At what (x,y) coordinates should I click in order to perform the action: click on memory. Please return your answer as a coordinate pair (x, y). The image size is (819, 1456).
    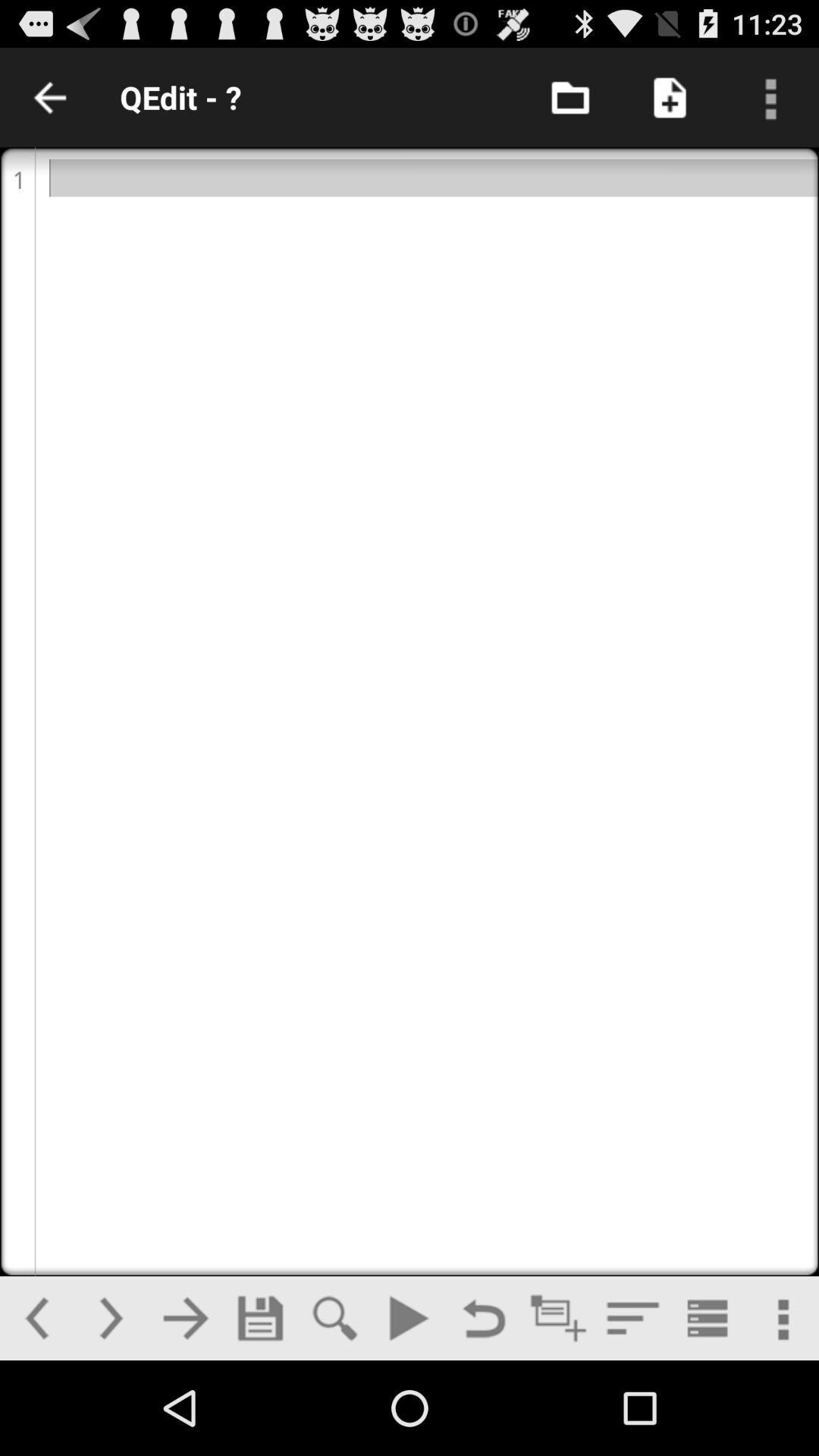
    Looking at the image, I should click on (259, 1317).